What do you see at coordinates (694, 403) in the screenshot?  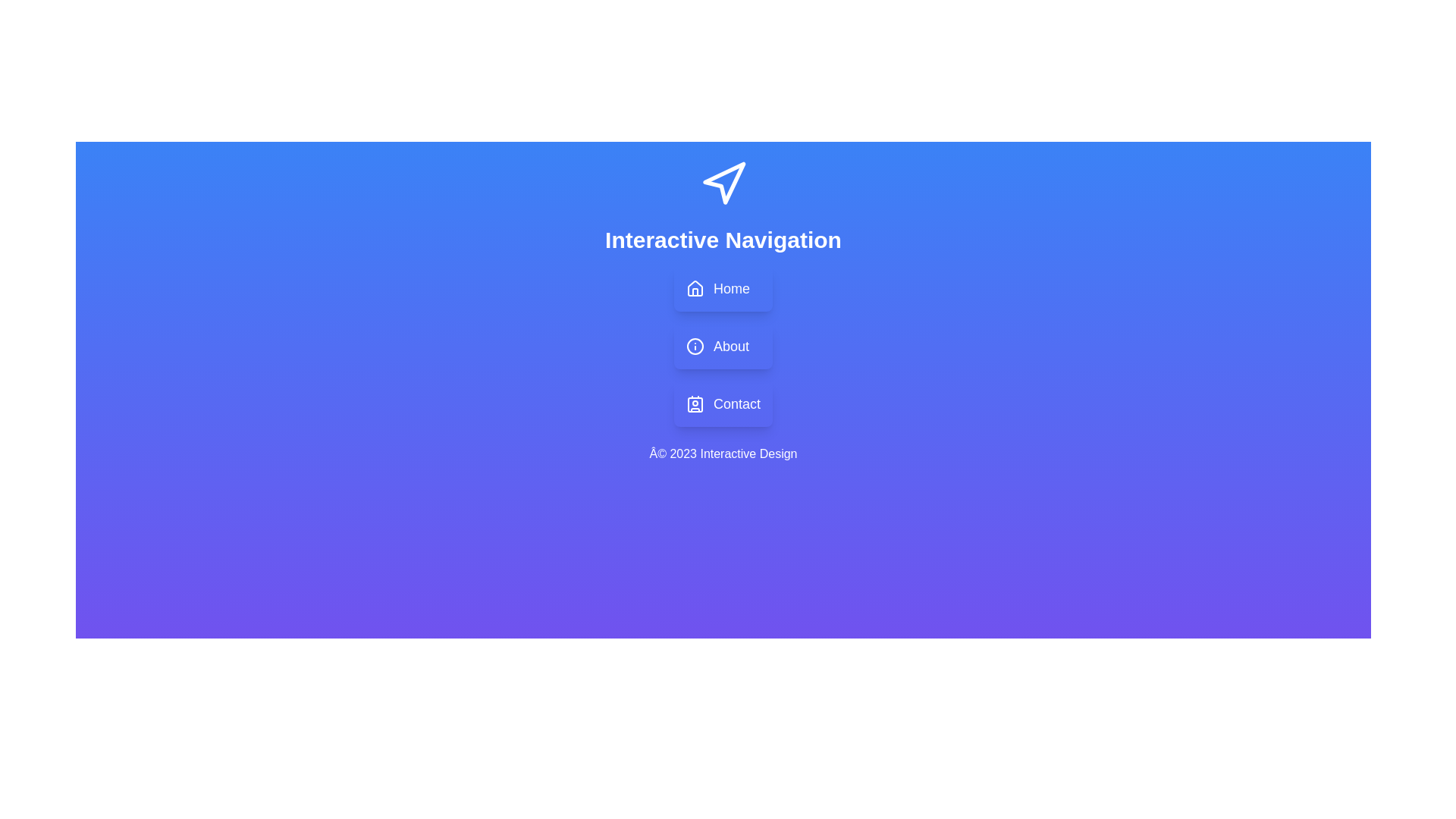 I see `the SVG rectangular element that forms the base of the 'Contact' button, positioned below the 'About' button and above the footer text` at bounding box center [694, 403].